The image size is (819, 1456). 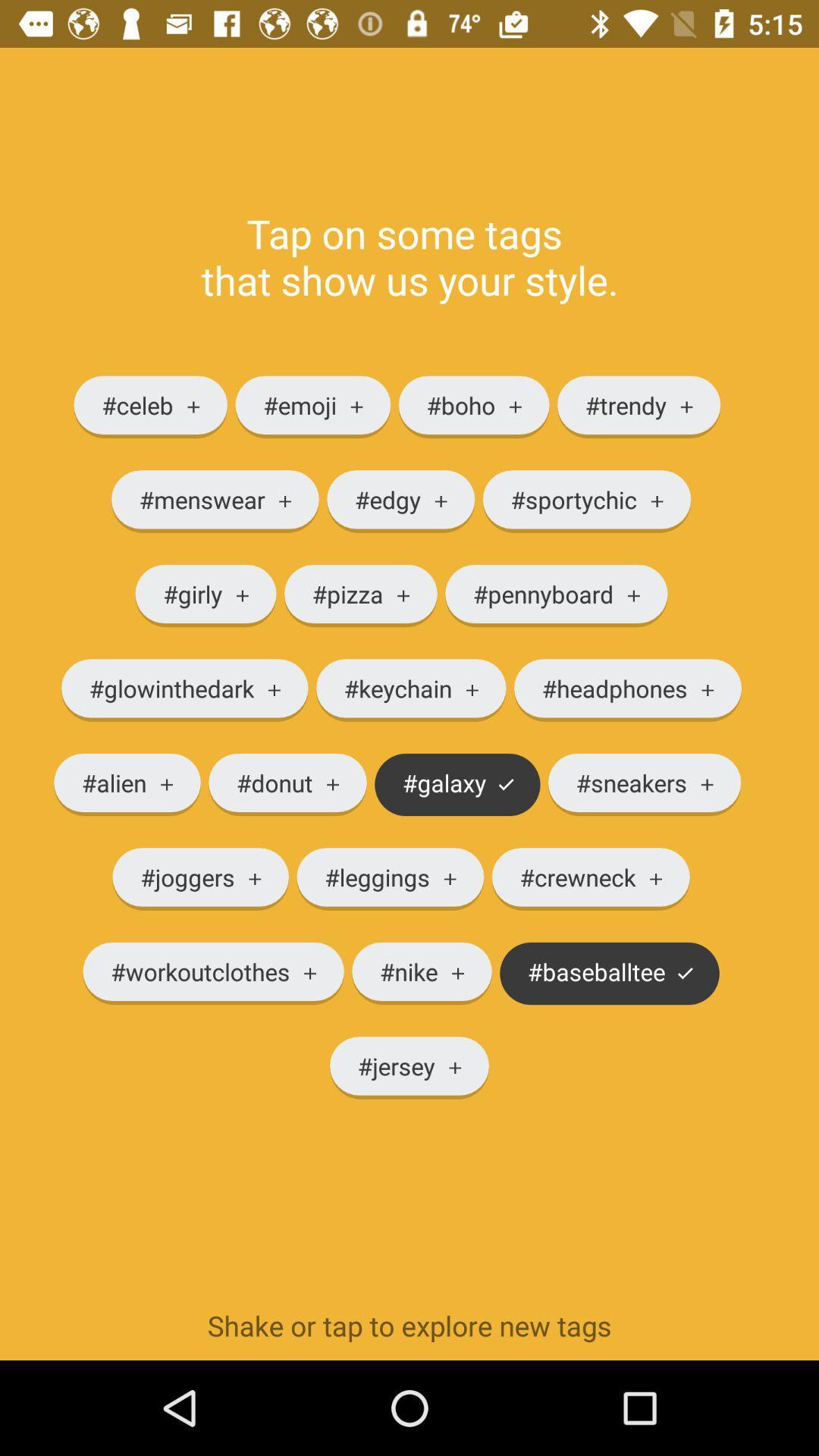 What do you see at coordinates (409, 1325) in the screenshot?
I see `shake or tap icon` at bounding box center [409, 1325].